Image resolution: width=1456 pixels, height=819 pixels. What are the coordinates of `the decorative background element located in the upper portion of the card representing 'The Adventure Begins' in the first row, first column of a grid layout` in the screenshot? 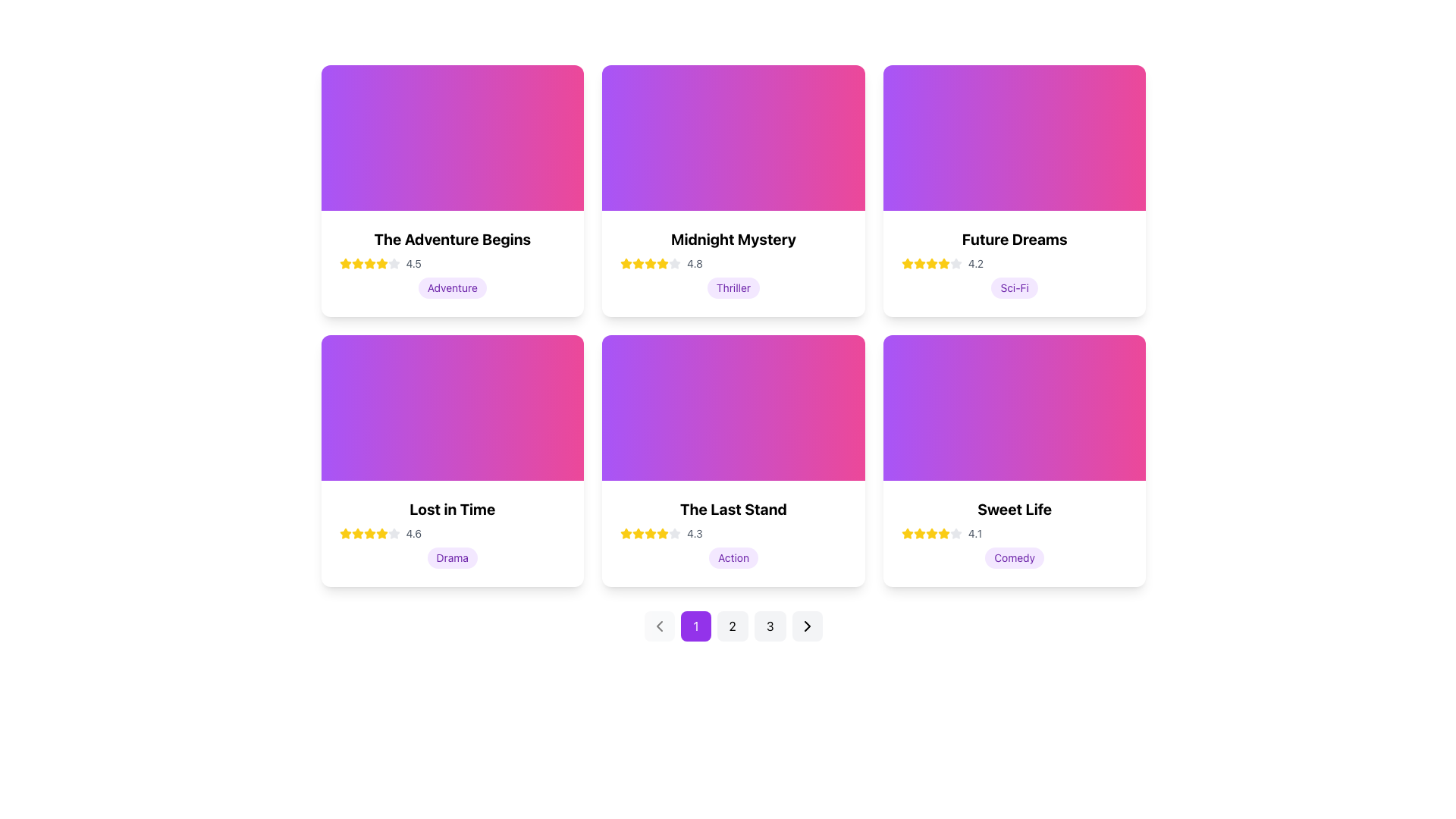 It's located at (451, 137).